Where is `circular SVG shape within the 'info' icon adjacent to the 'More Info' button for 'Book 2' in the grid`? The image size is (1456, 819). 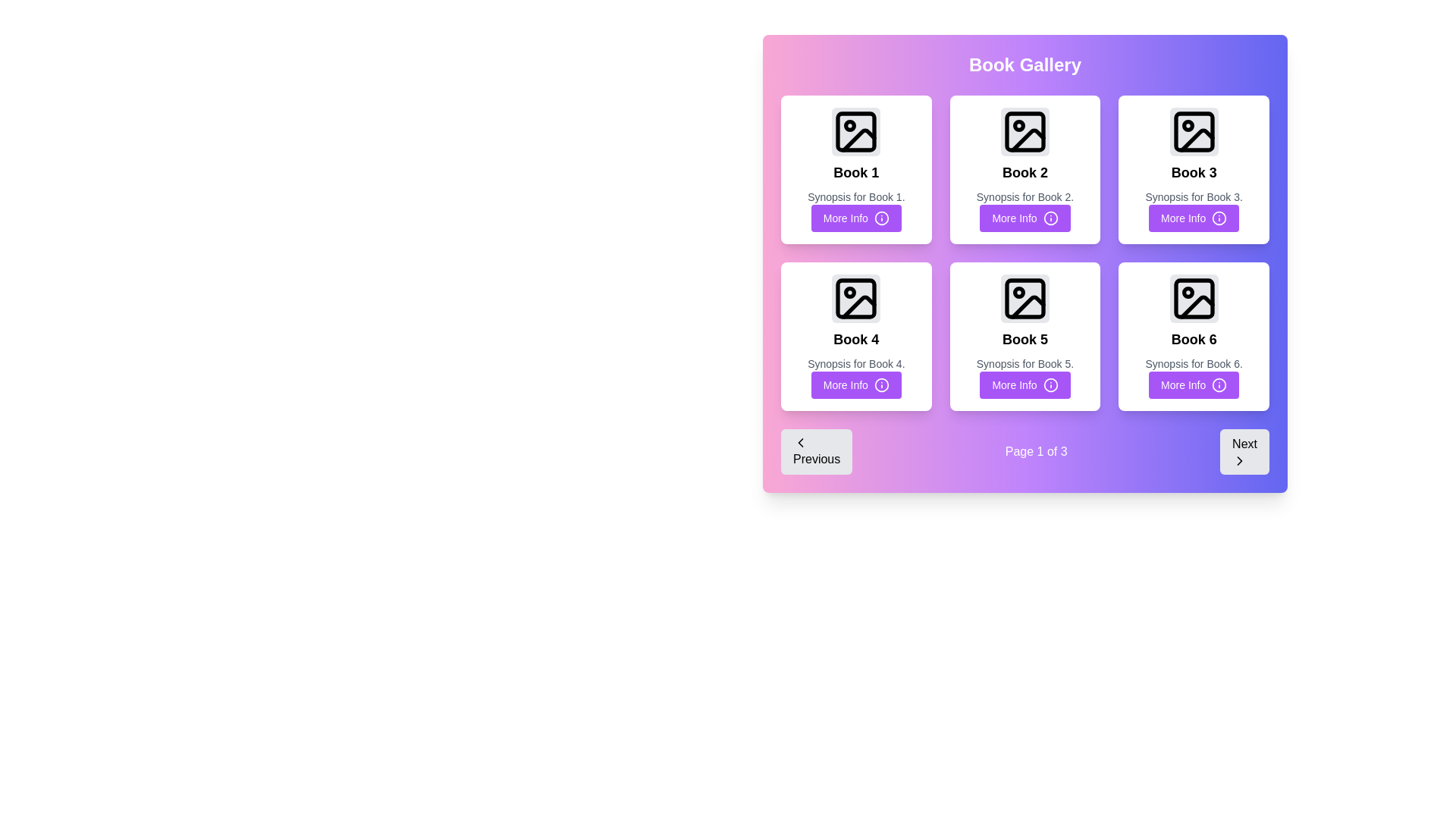 circular SVG shape within the 'info' icon adjacent to the 'More Info' button for 'Book 2' in the grid is located at coordinates (1050, 218).